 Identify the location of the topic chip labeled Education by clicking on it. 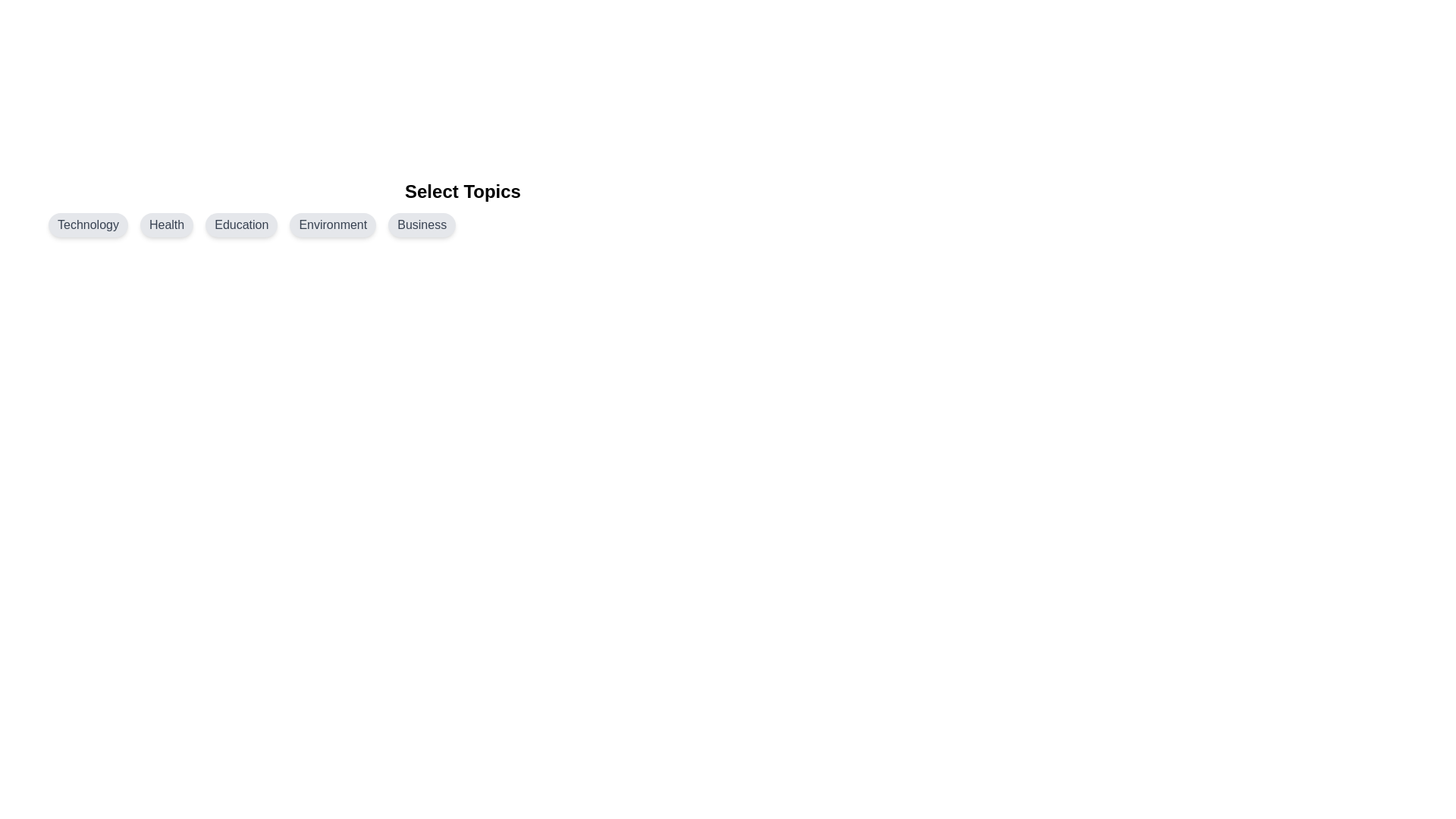
(240, 225).